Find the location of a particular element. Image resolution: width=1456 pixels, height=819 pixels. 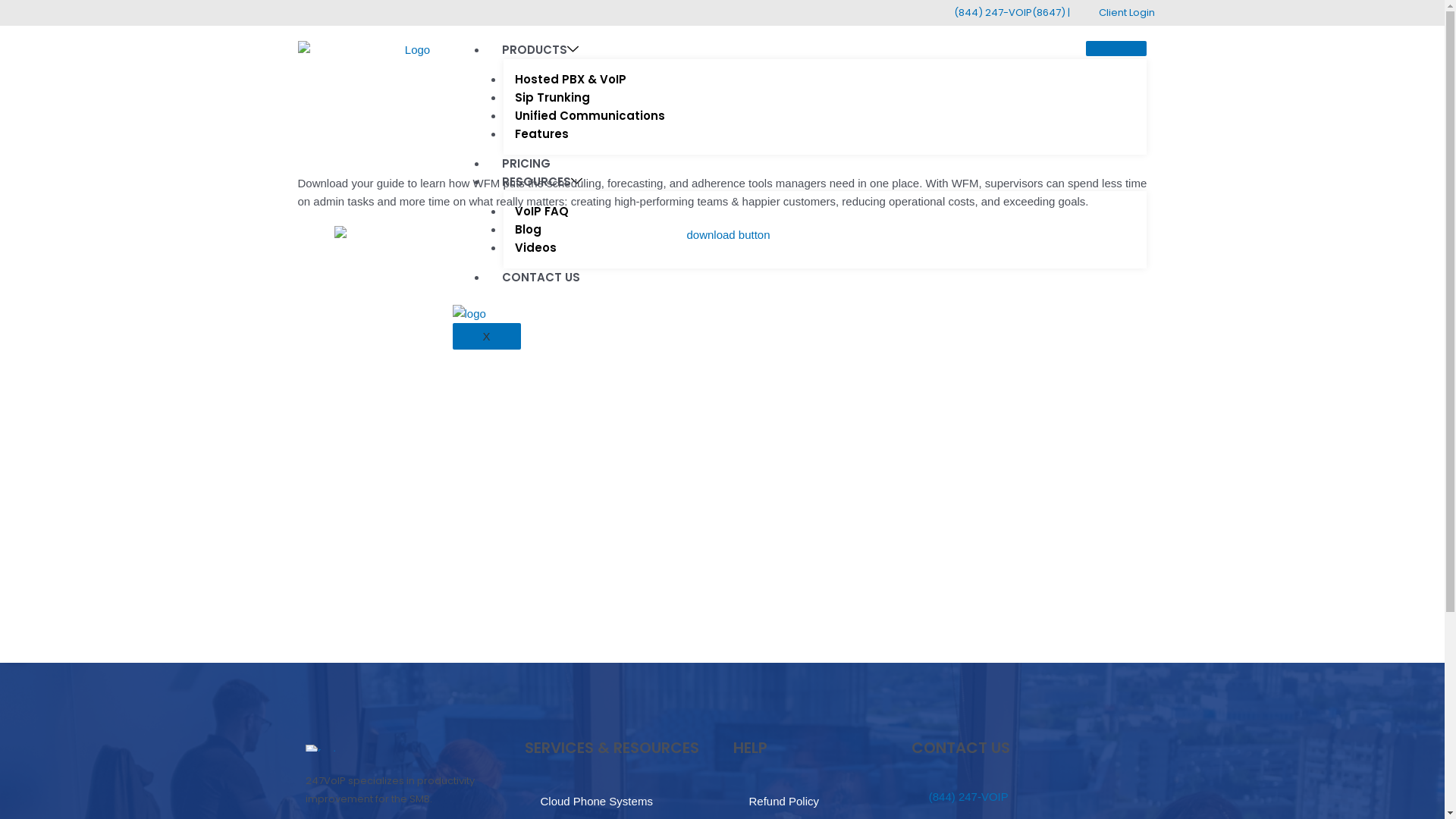

'RESOURCES' is located at coordinates (542, 180).